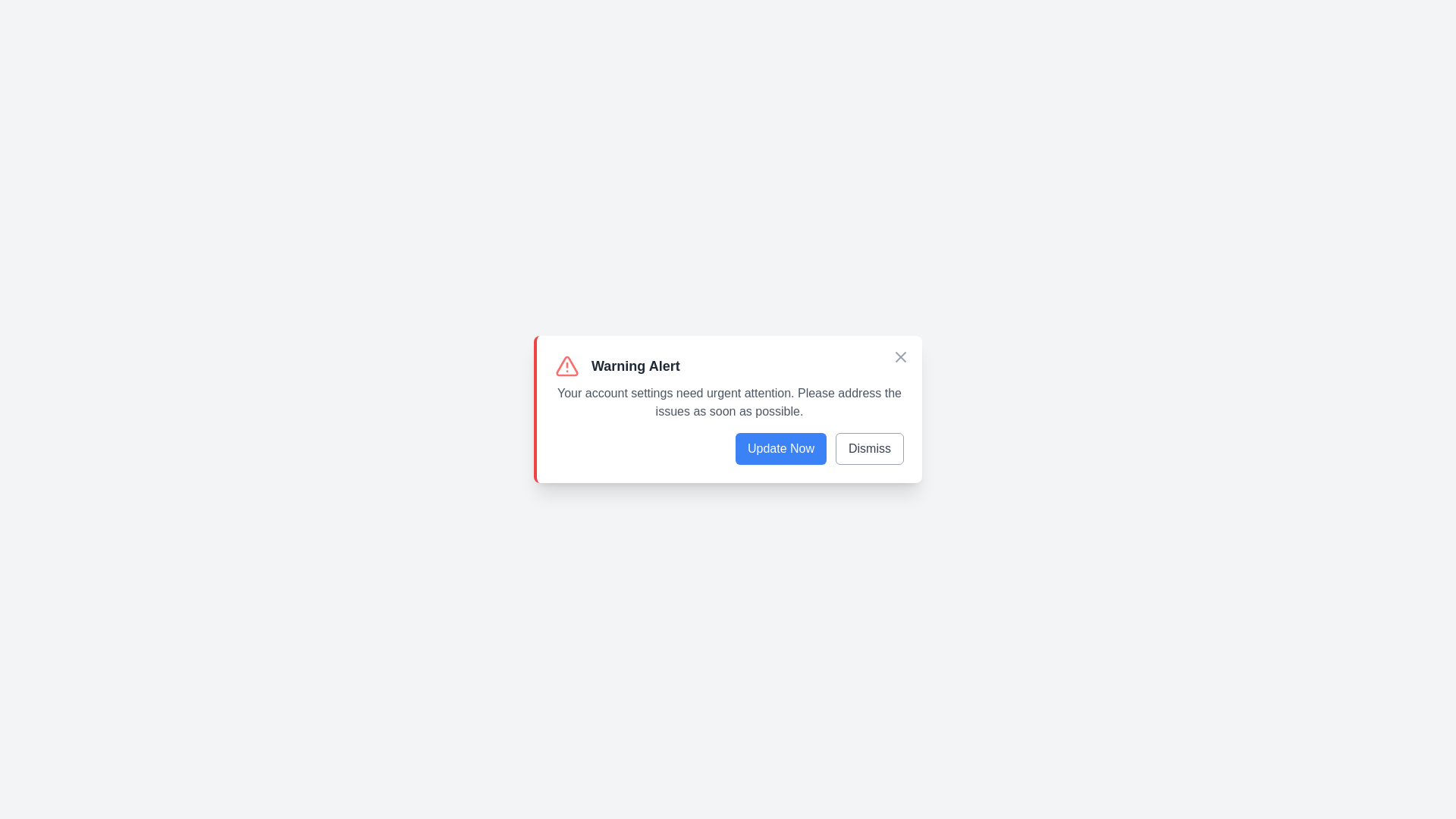  What do you see at coordinates (870, 447) in the screenshot?
I see `the 'Dismiss' button to dismiss the notification` at bounding box center [870, 447].